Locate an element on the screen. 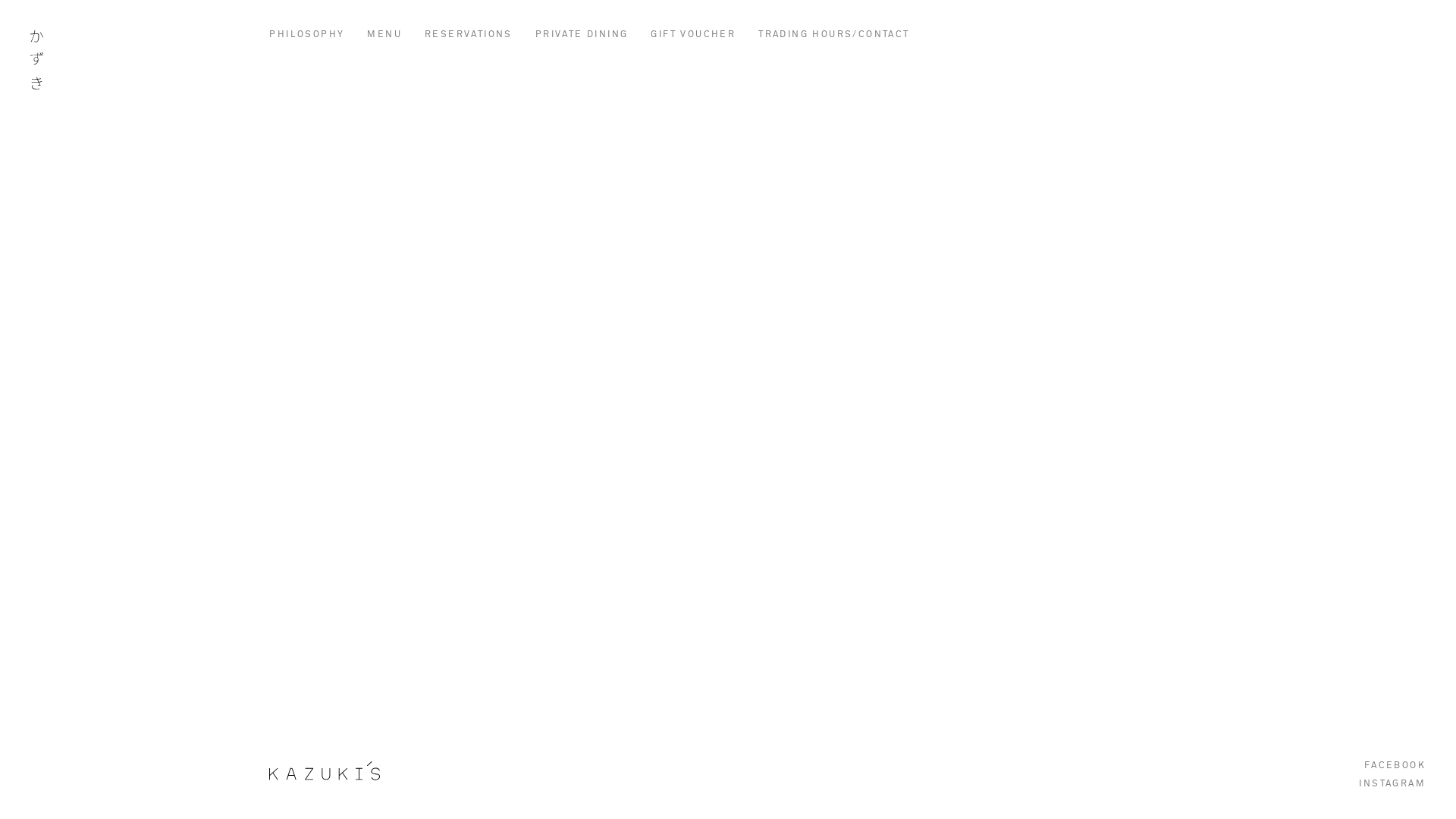 This screenshot has height=819, width=1456. 'RESERVATIONS' is located at coordinates (468, 34).